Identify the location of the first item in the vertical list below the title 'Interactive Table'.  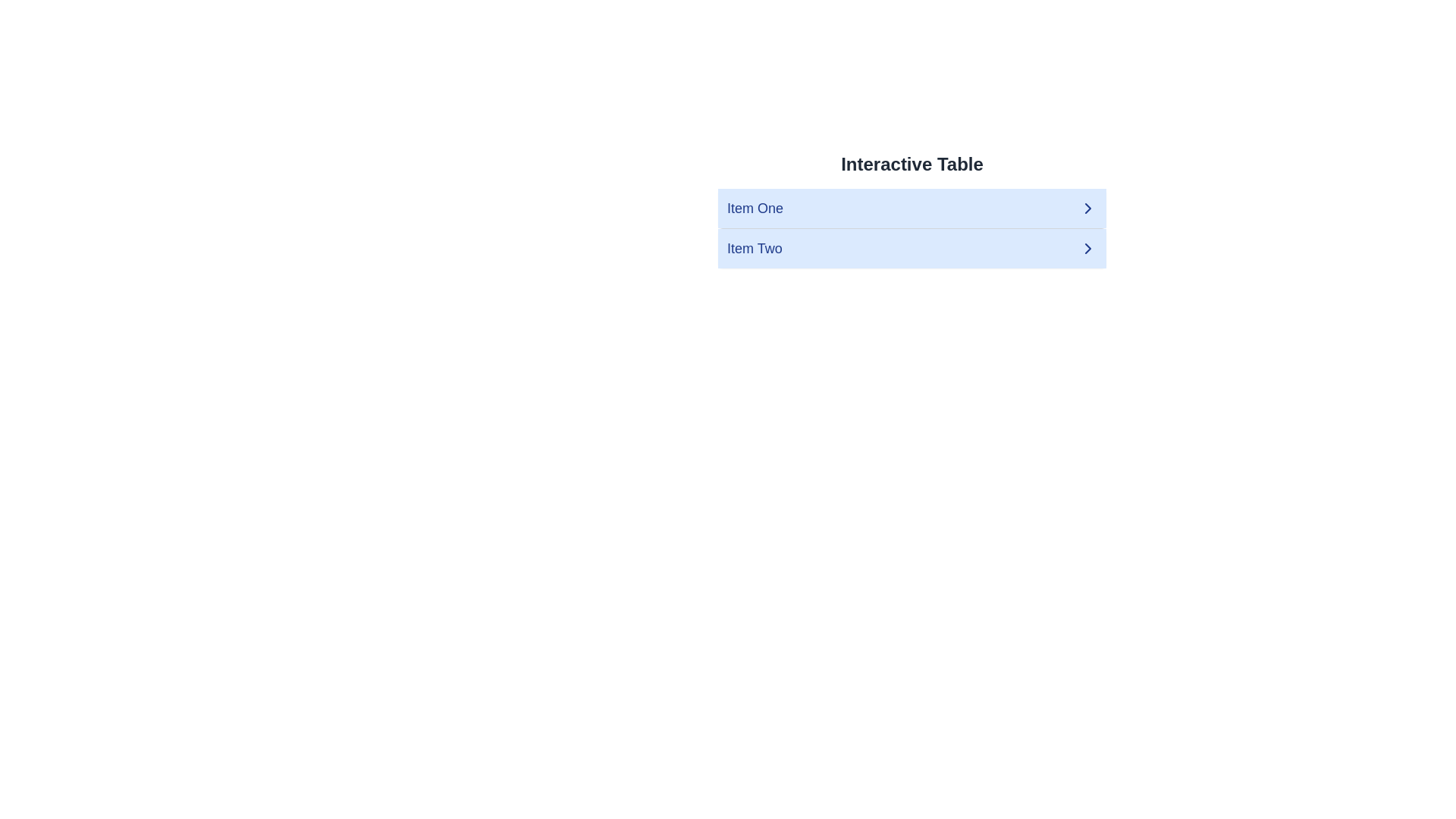
(912, 208).